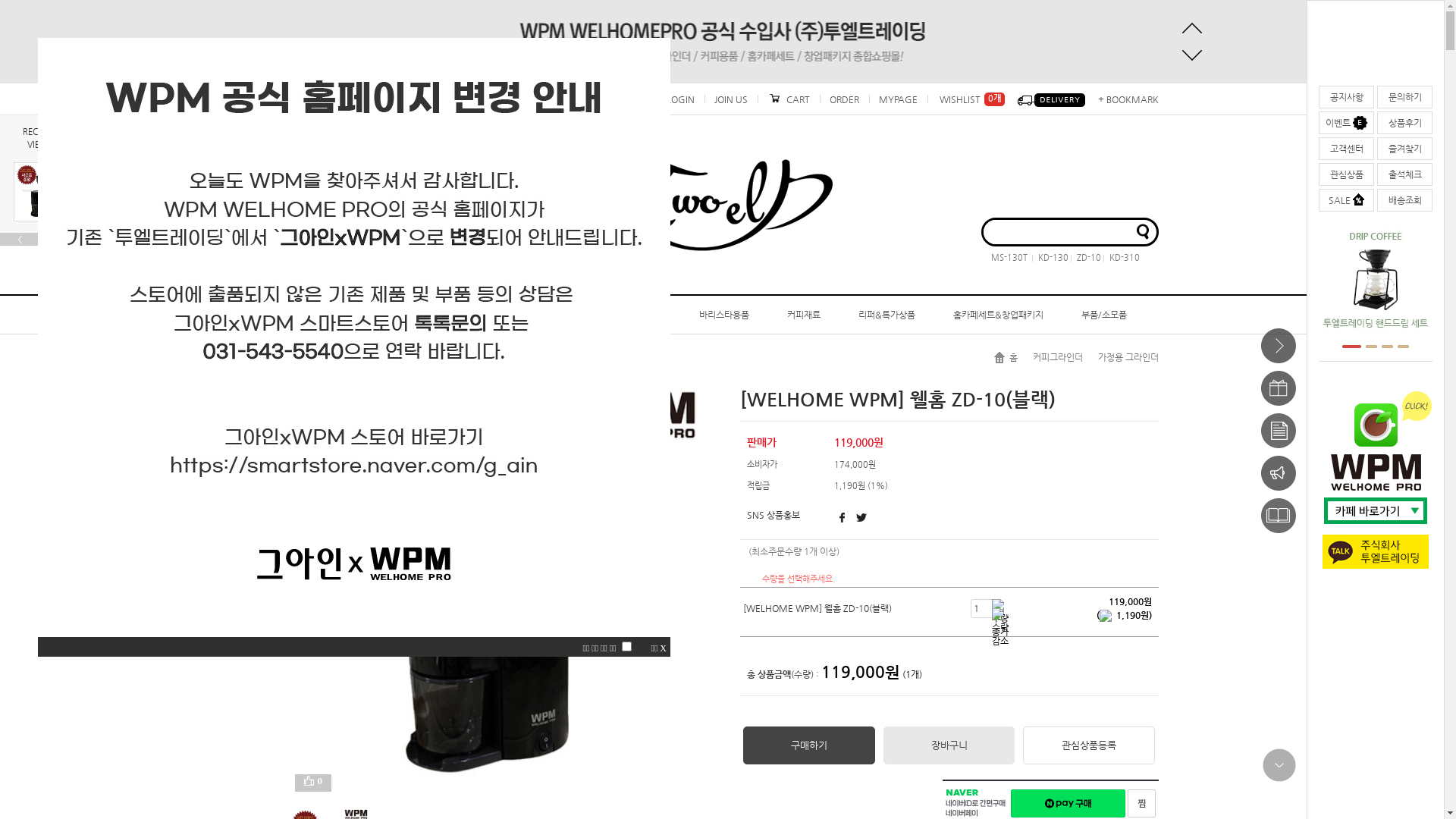 This screenshot has height=819, width=1456. I want to click on ' JOIN US', so click(702, 99).